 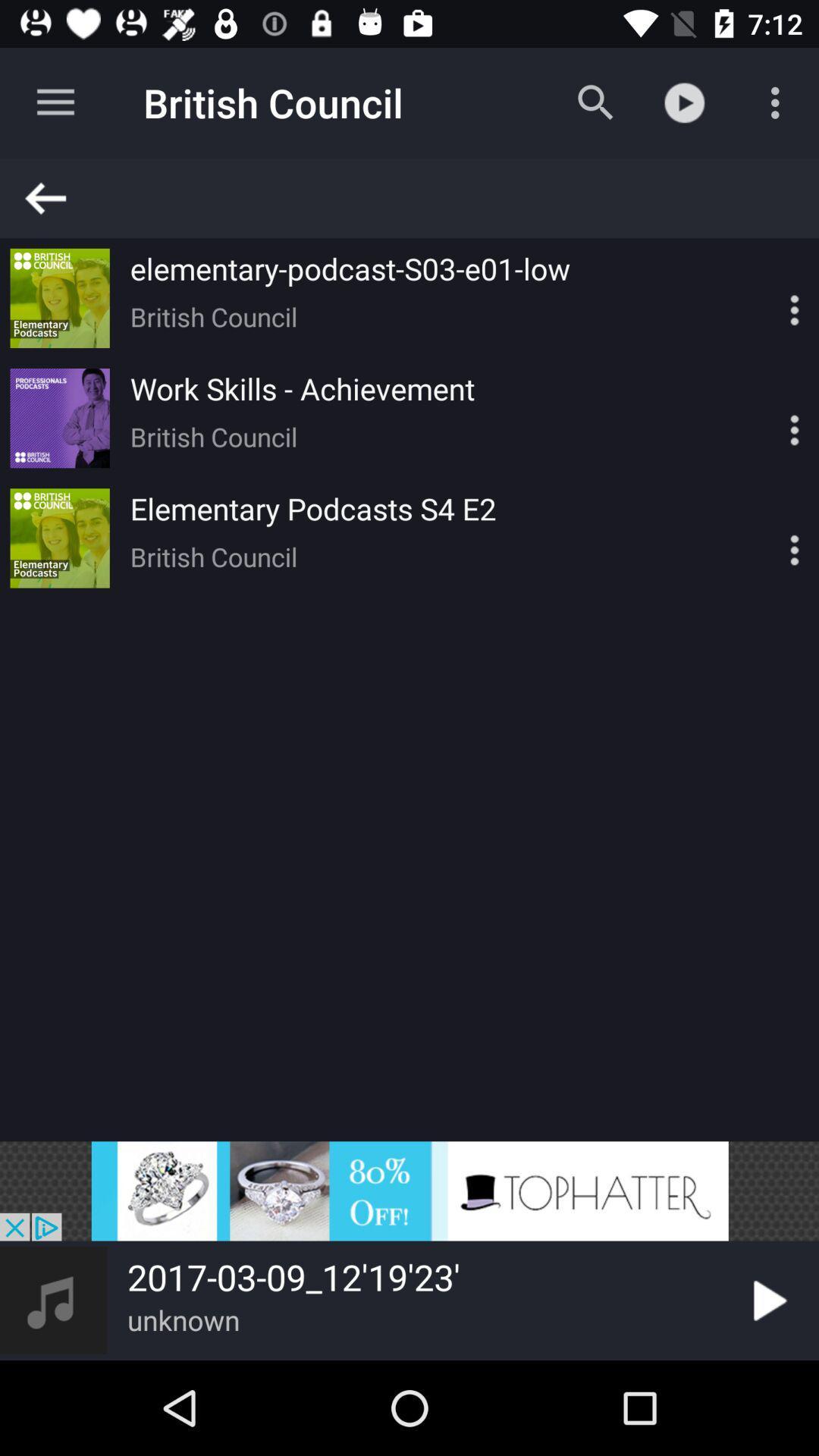 I want to click on option, so click(x=767, y=1300).